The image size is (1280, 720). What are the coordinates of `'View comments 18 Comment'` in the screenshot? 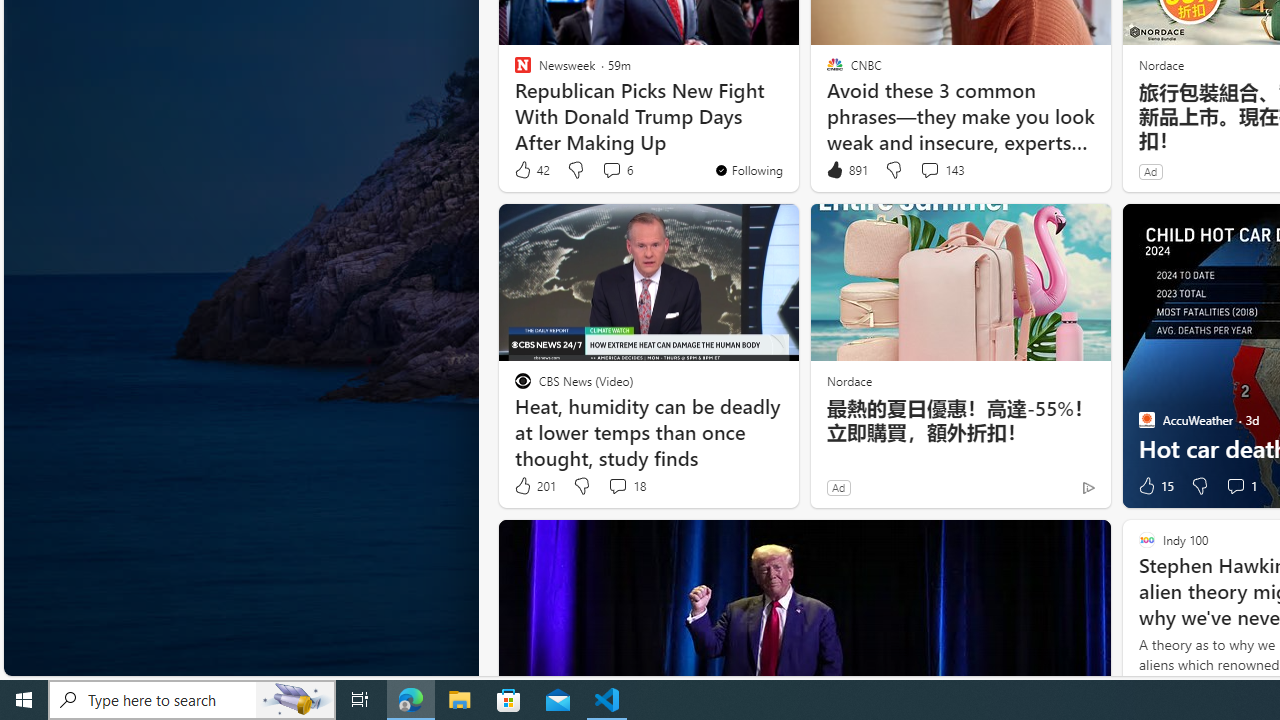 It's located at (616, 486).